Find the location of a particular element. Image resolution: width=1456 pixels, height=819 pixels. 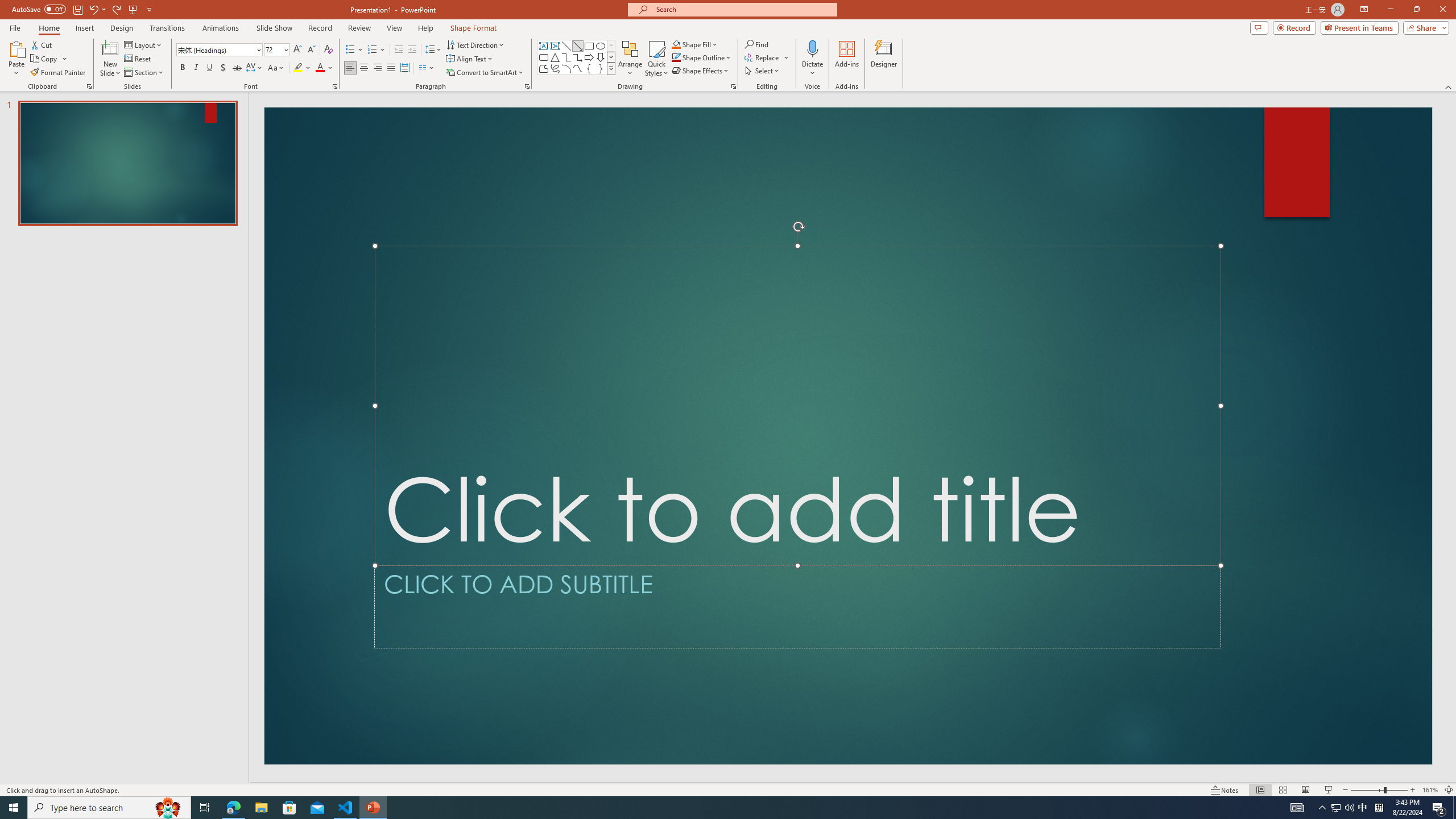

'Subtitle TextBox' is located at coordinates (797, 606).